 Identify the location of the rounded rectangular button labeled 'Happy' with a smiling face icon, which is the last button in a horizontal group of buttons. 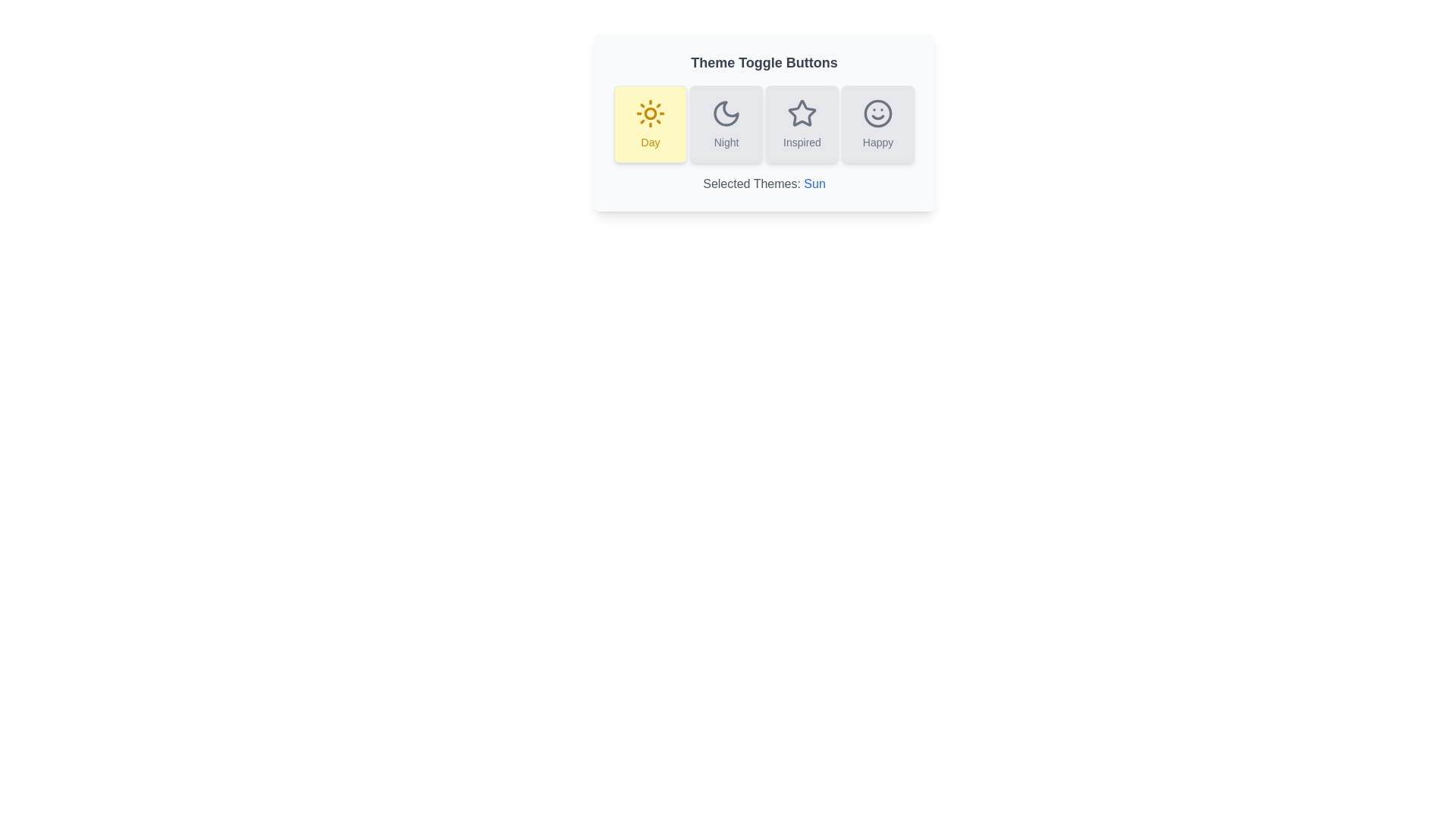
(877, 124).